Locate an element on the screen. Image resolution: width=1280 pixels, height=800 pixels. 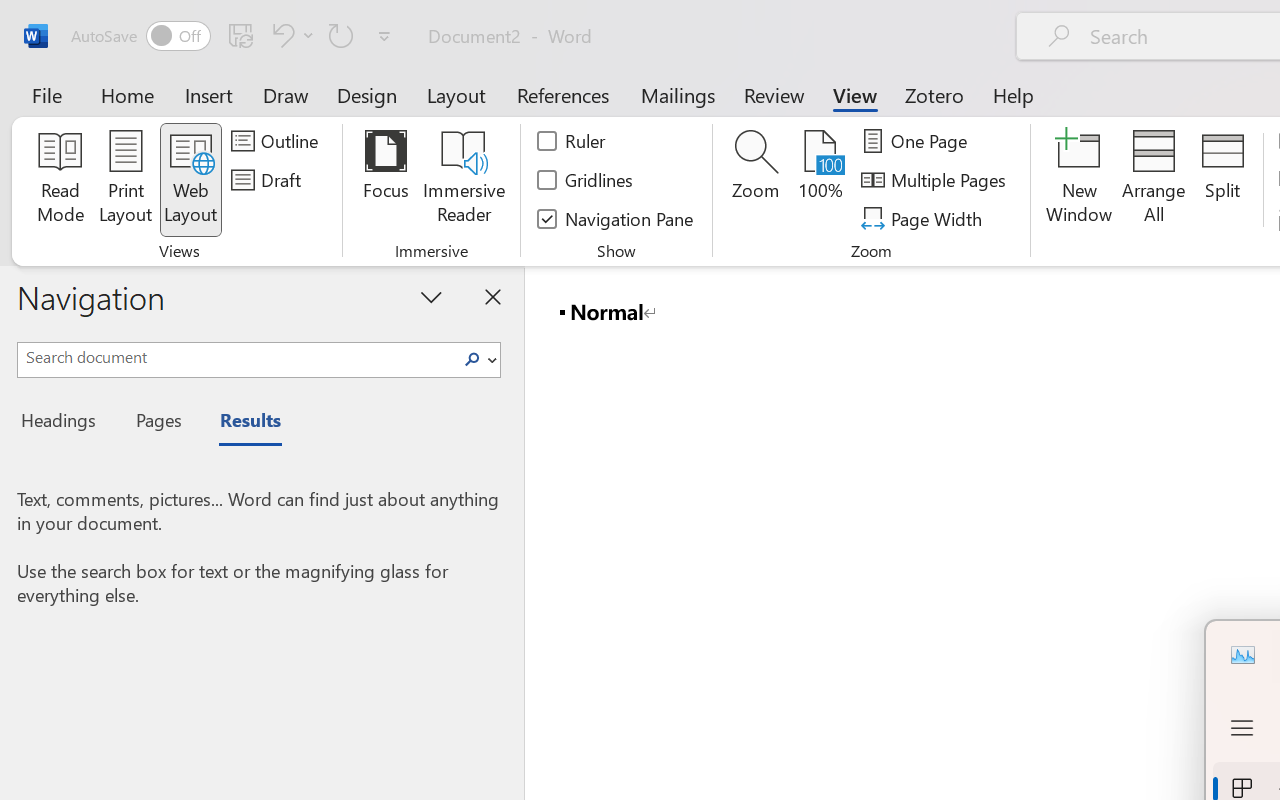
'Search' is located at coordinates (477, 360).